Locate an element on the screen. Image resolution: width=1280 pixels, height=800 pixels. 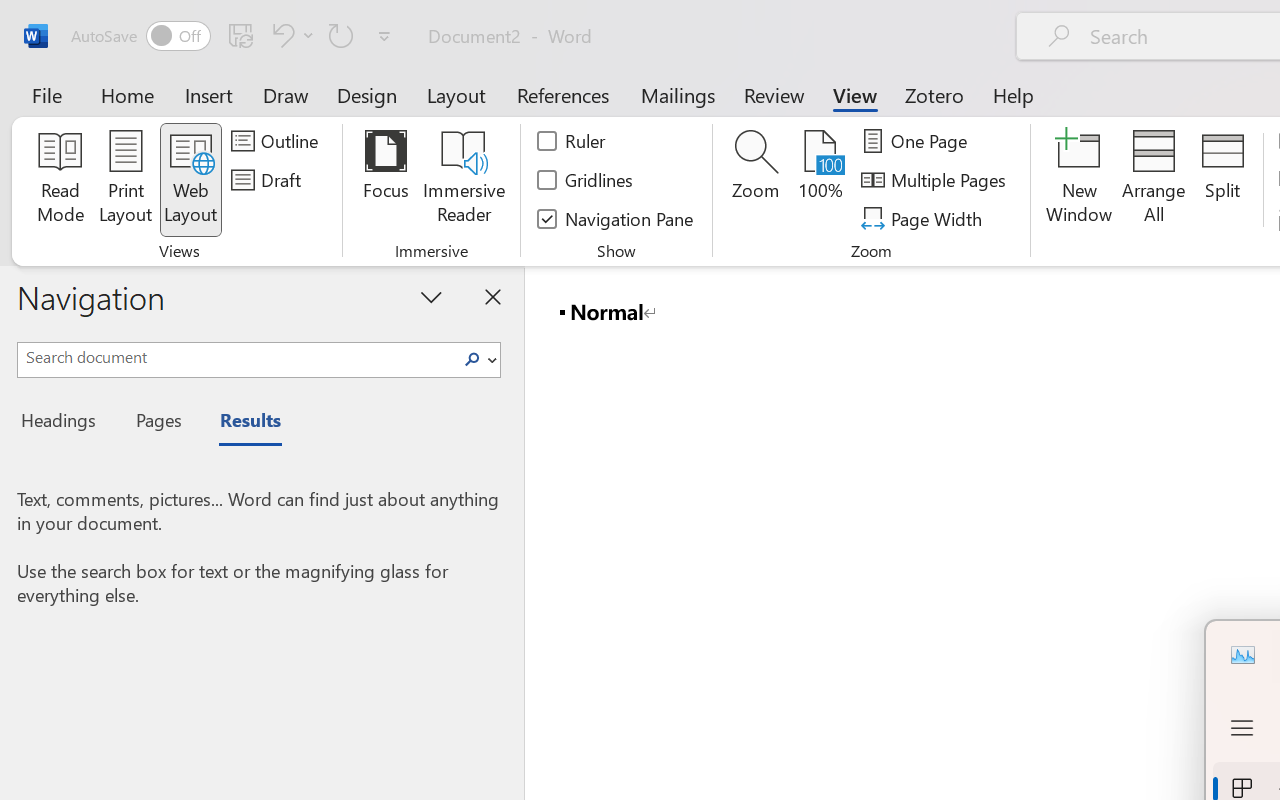
'Search' is located at coordinates (477, 360).